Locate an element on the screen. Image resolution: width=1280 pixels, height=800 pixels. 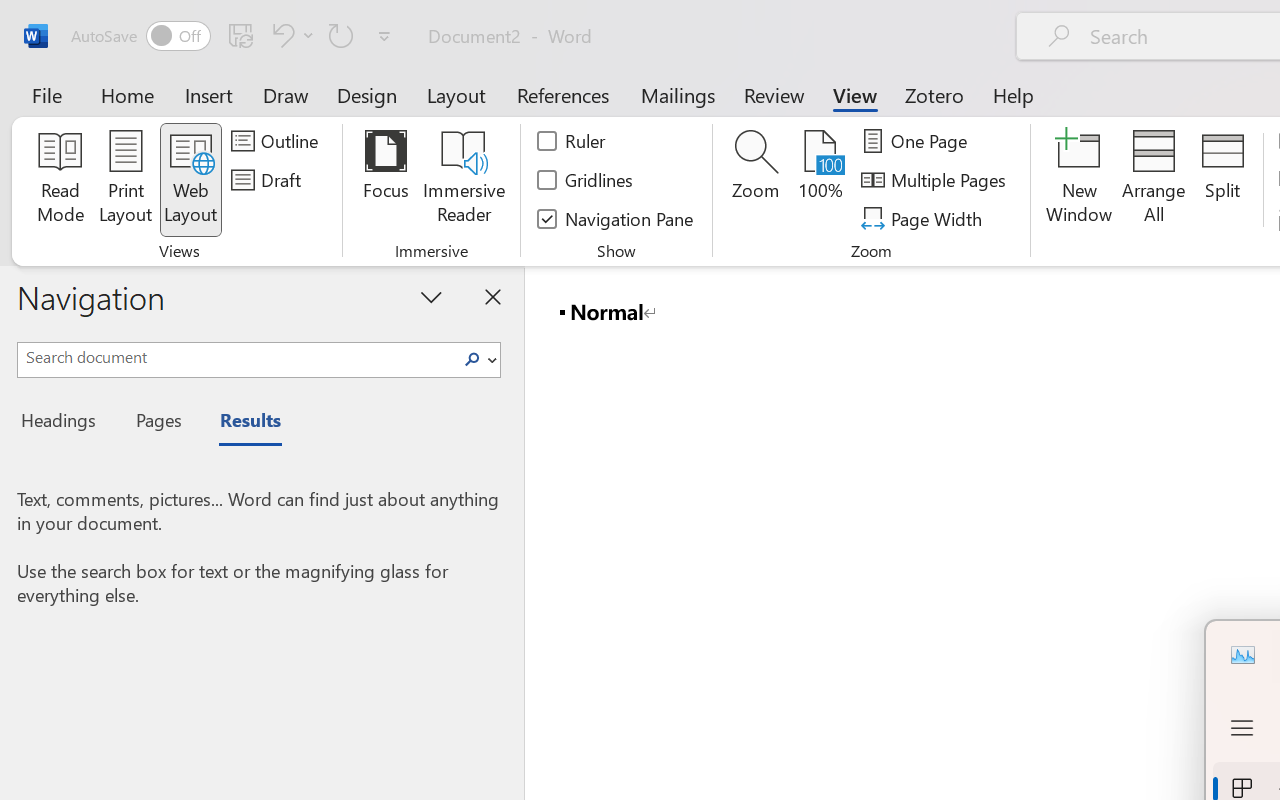
'Search' is located at coordinates (477, 360).